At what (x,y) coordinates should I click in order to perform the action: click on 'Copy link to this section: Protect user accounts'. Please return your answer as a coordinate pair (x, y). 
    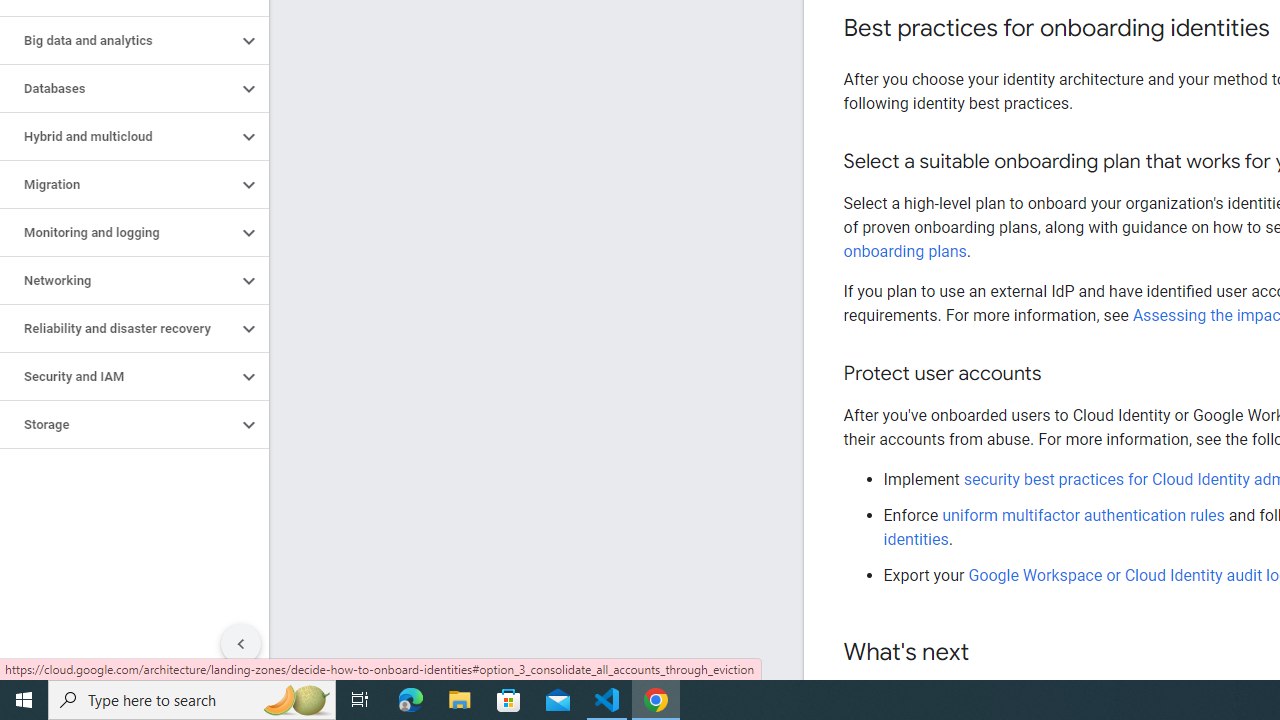
    Looking at the image, I should click on (1060, 374).